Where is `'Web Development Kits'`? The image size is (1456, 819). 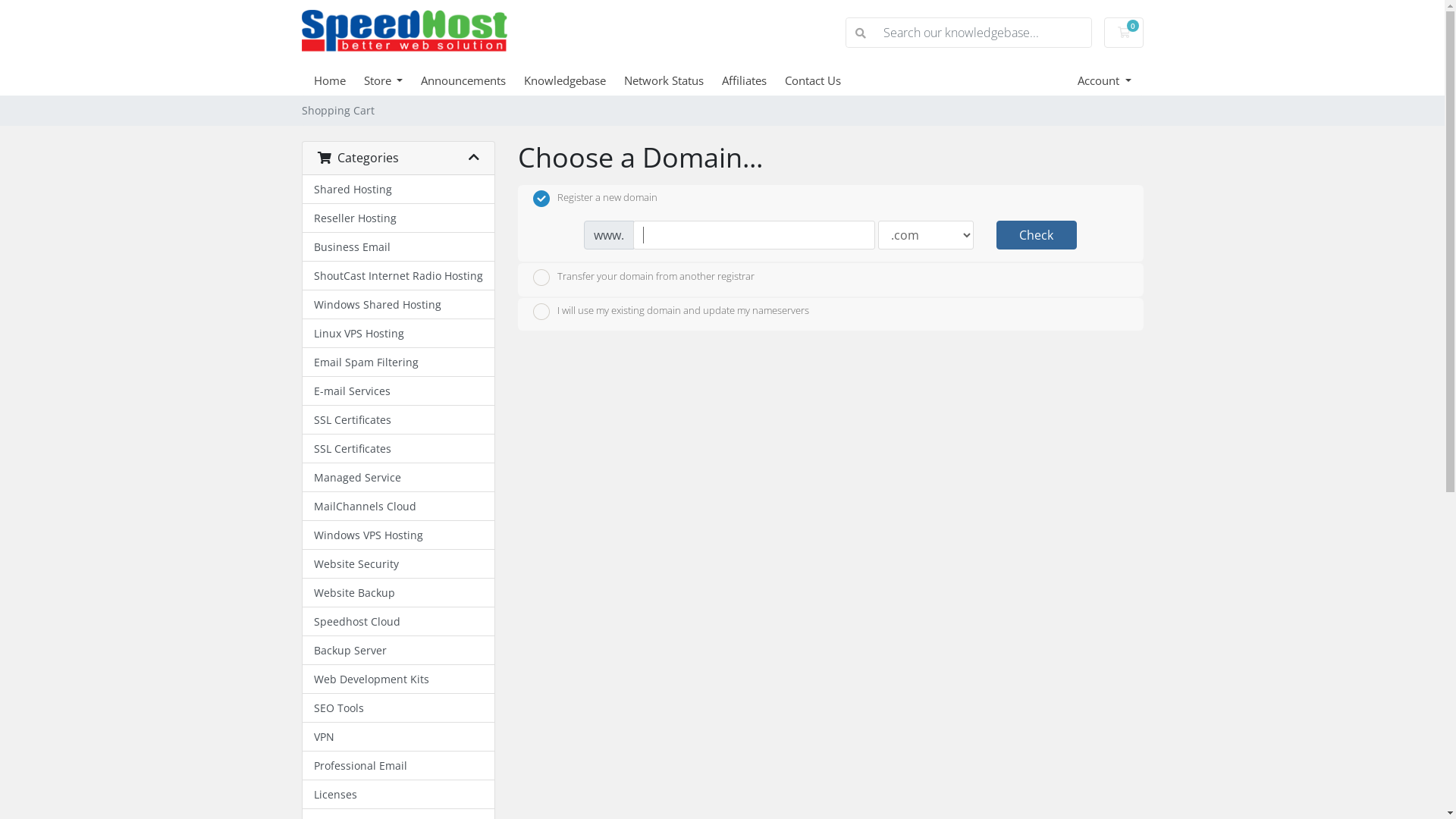 'Web Development Kits' is located at coordinates (397, 678).